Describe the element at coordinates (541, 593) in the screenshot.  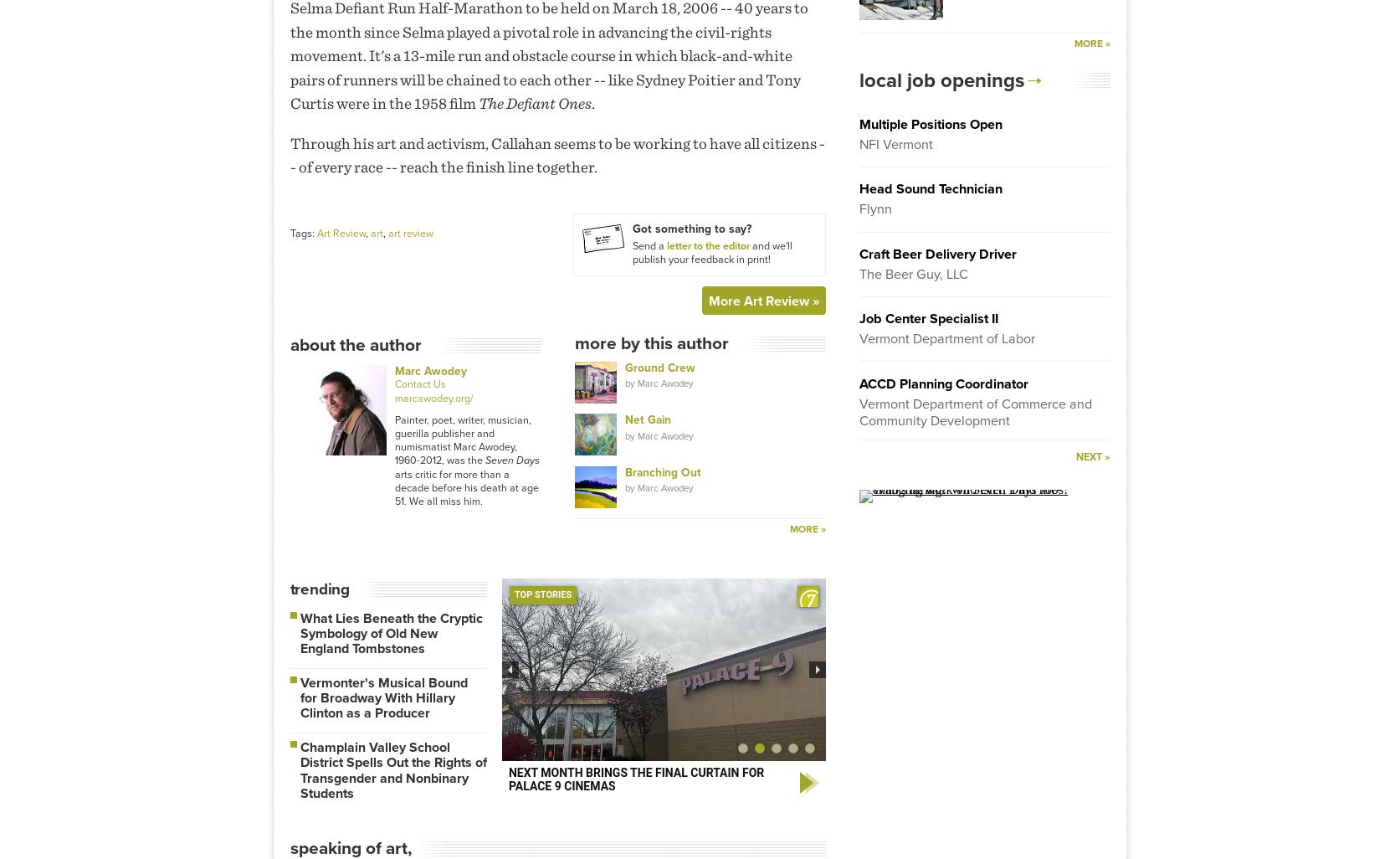
I see `'Top Stories'` at that location.